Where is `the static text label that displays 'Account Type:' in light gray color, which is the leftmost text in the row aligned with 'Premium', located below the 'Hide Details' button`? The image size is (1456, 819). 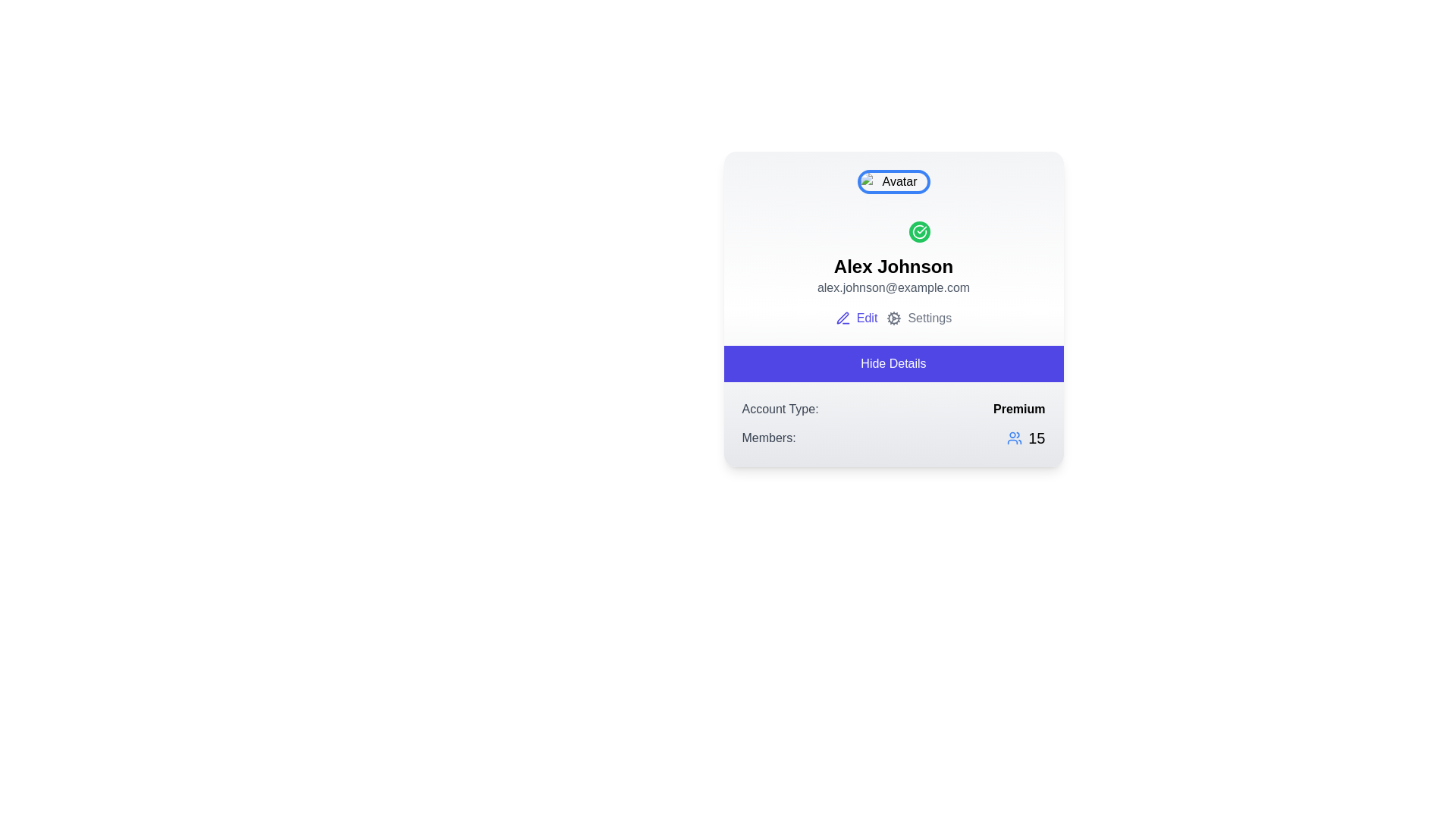
the static text label that displays 'Account Type:' in light gray color, which is the leftmost text in the row aligned with 'Premium', located below the 'Hide Details' button is located at coordinates (780, 409).